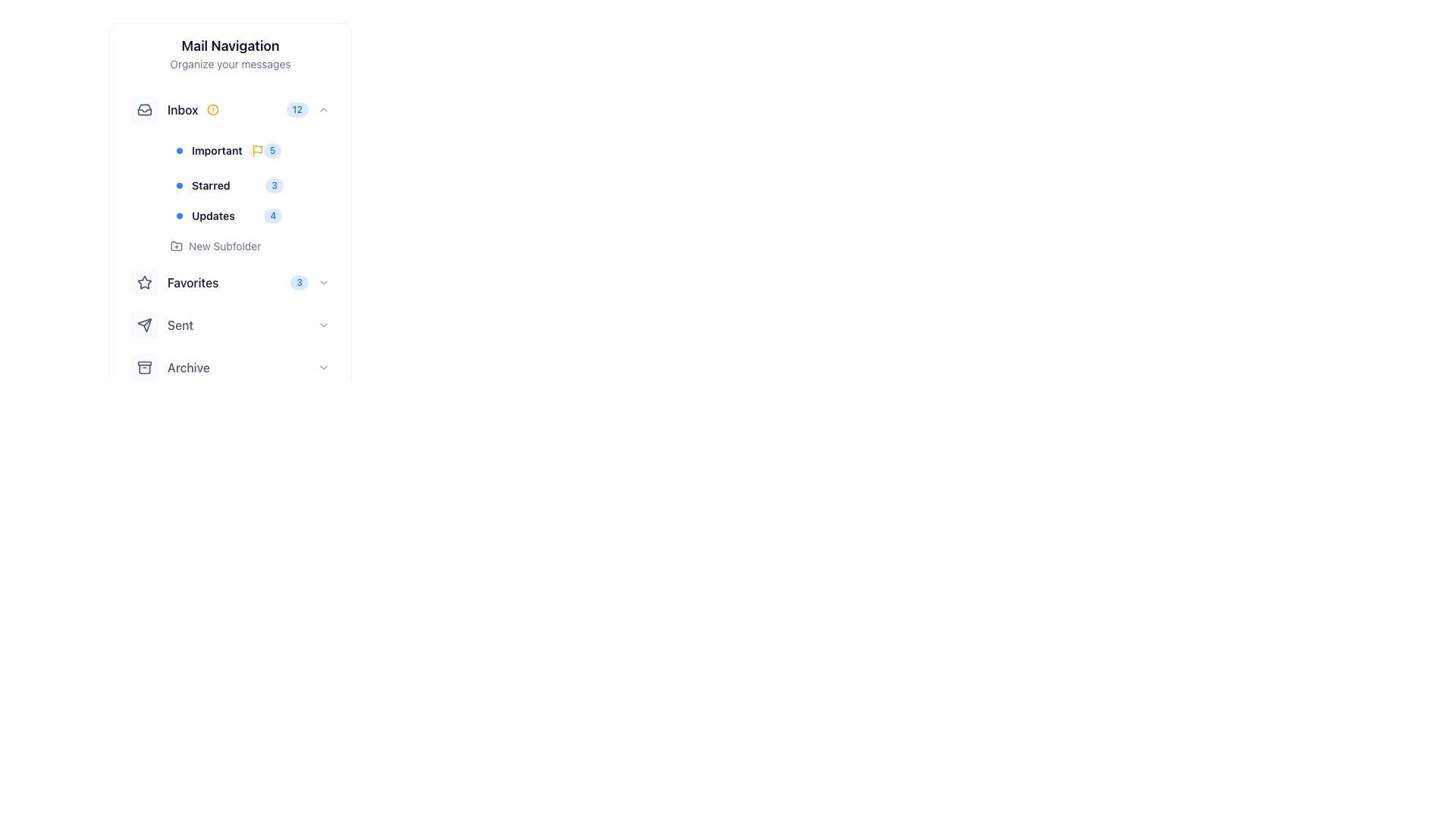 Image resolution: width=1456 pixels, height=819 pixels. I want to click on the 'send' action icon located on the right-hand side of the highlighted area under the 'Favorites' section in the navigation menu, so click(145, 324).